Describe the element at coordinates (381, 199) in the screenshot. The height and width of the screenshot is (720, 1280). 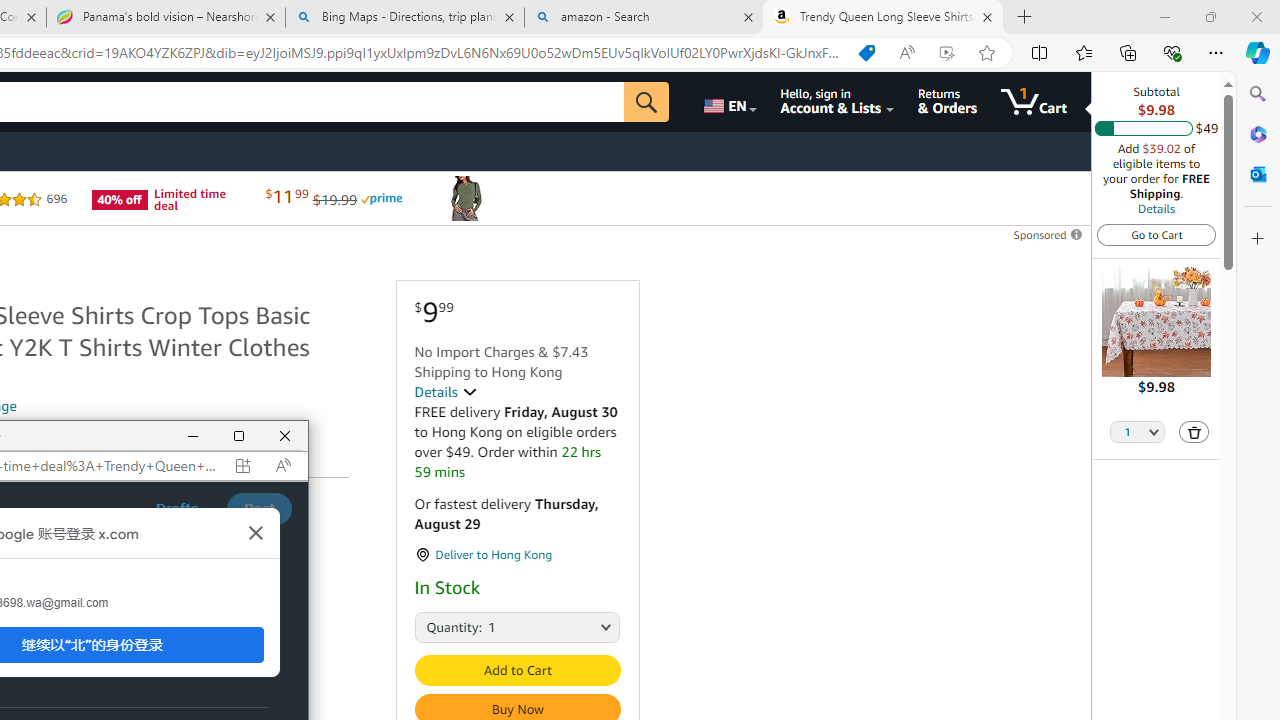
I see `'Prime'` at that location.